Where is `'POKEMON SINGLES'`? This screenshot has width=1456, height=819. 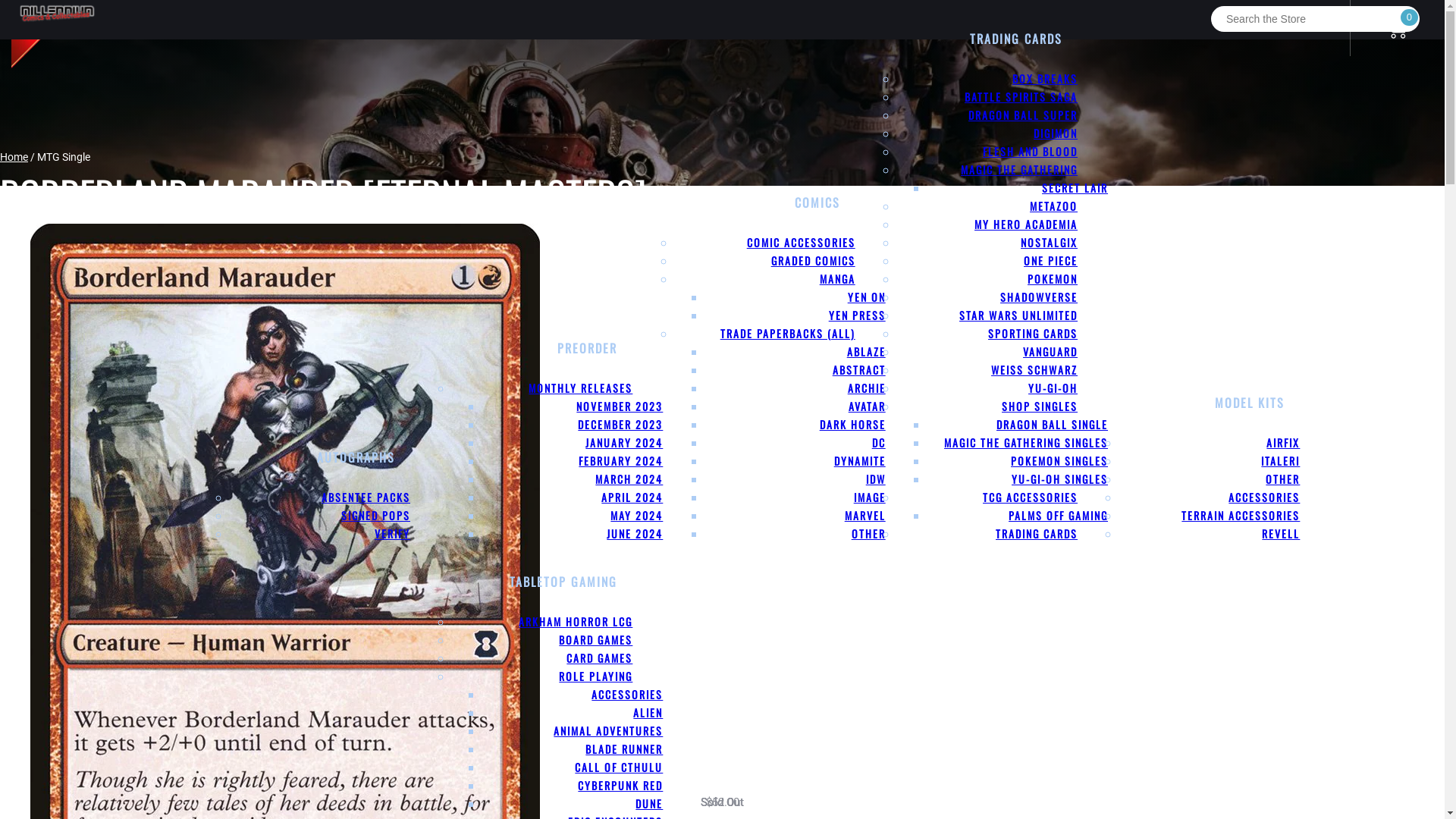 'POKEMON SINGLES' is located at coordinates (1011, 460).